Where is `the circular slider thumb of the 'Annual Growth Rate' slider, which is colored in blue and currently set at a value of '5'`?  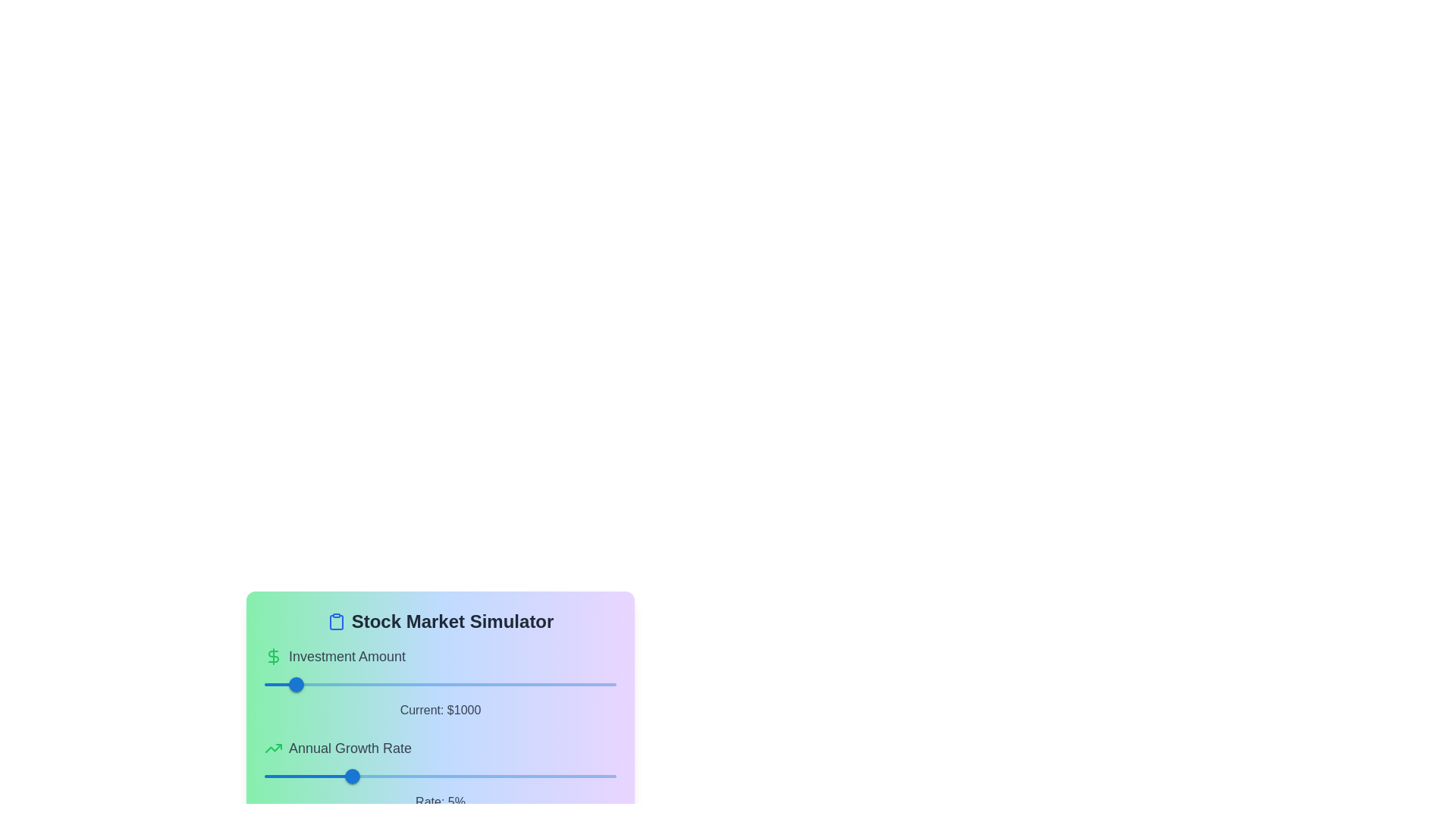
the circular slider thumb of the 'Annual Growth Rate' slider, which is colored in blue and currently set at a value of '5' is located at coordinates (352, 776).